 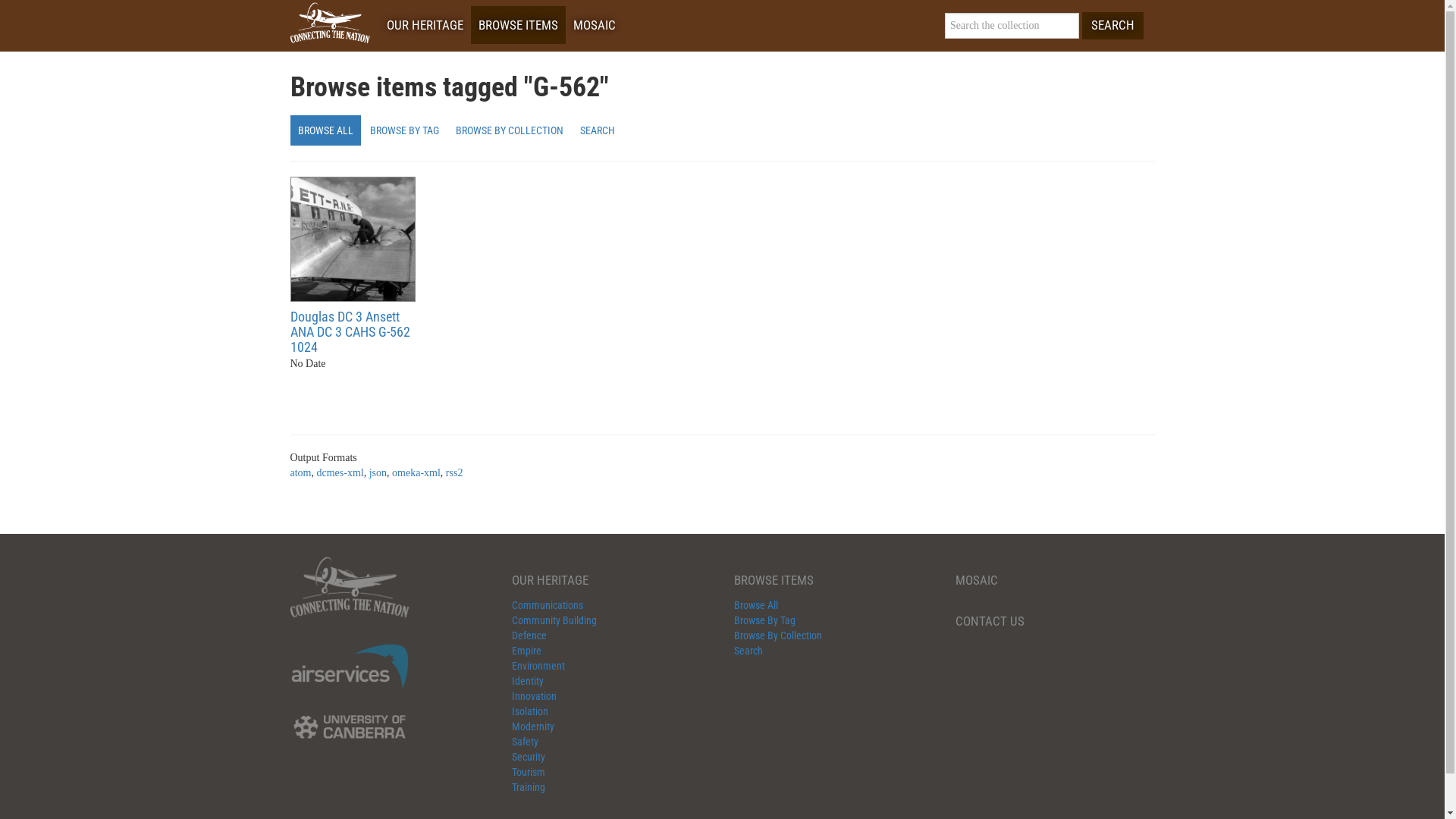 What do you see at coordinates (509, 130) in the screenshot?
I see `'BROWSE BY COLLECTION'` at bounding box center [509, 130].